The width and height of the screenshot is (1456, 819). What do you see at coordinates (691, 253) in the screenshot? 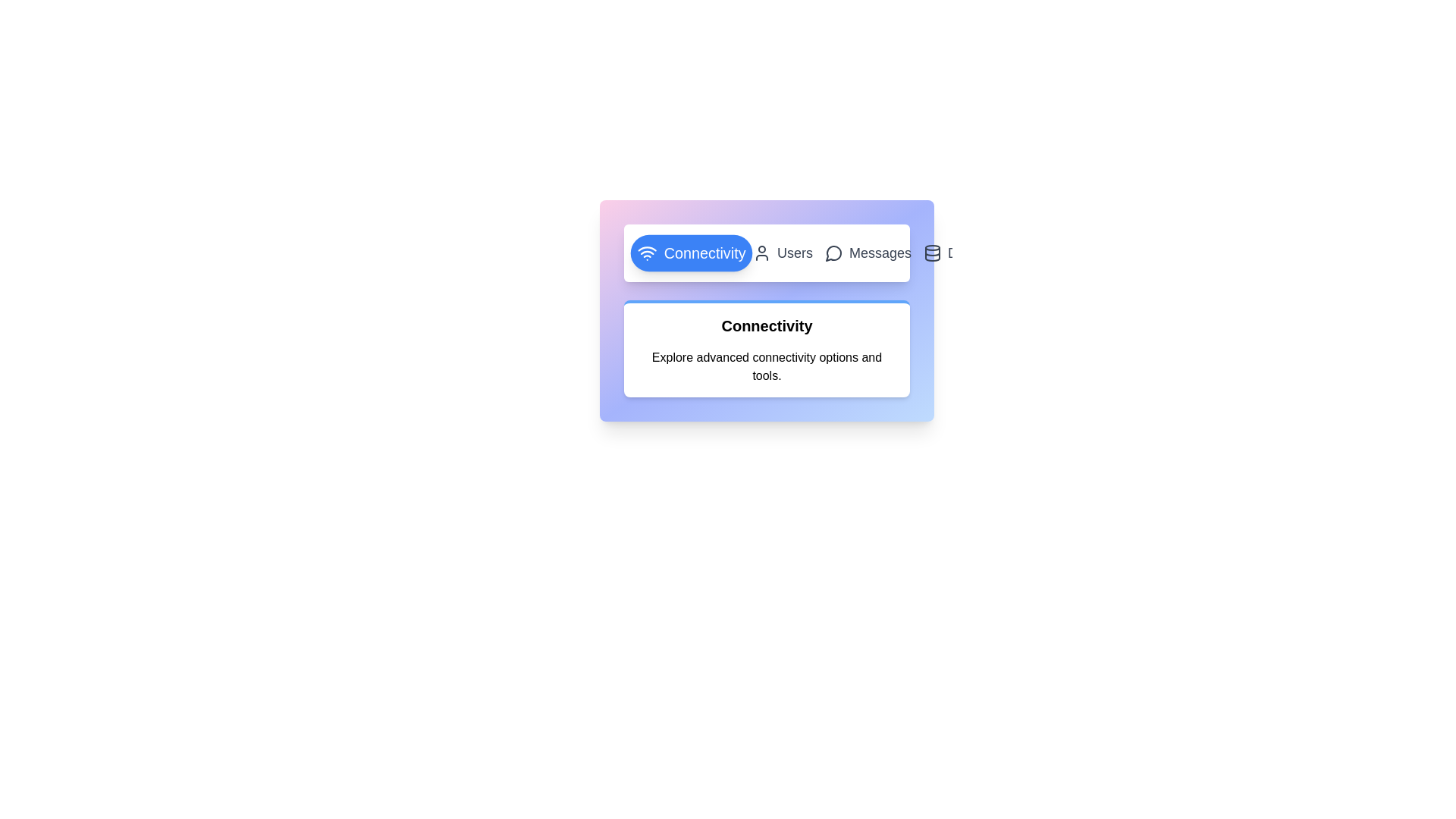
I see `the tab labeled 'Connectivity' to view its content` at bounding box center [691, 253].